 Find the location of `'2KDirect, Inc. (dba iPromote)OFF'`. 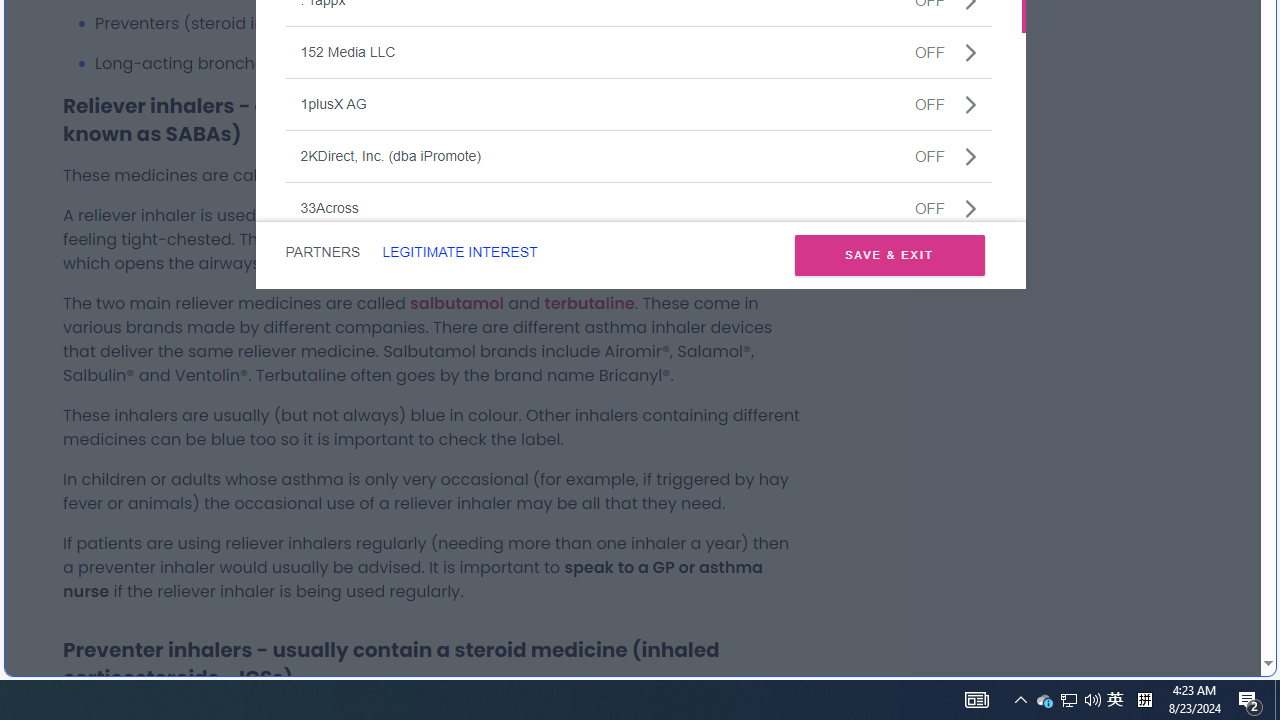

'2KDirect, Inc. (dba iPromote)OFF' is located at coordinates (637, 154).